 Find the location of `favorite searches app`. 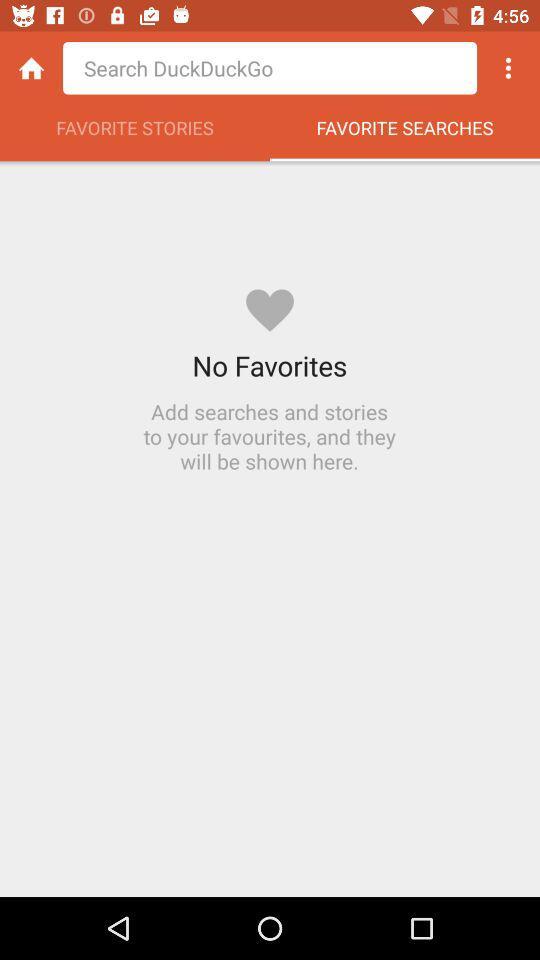

favorite searches app is located at coordinates (405, 132).